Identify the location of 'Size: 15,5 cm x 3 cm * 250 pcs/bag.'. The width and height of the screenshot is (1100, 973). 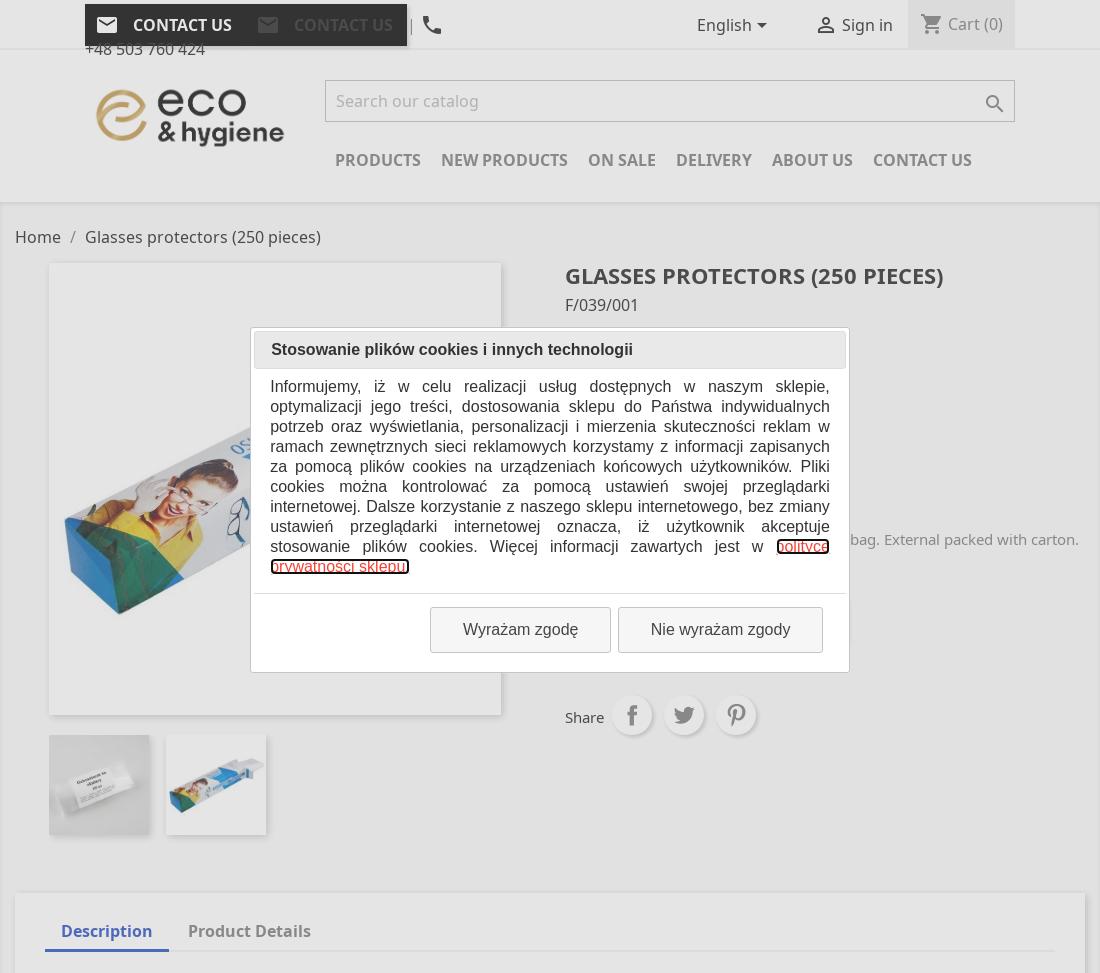
(687, 497).